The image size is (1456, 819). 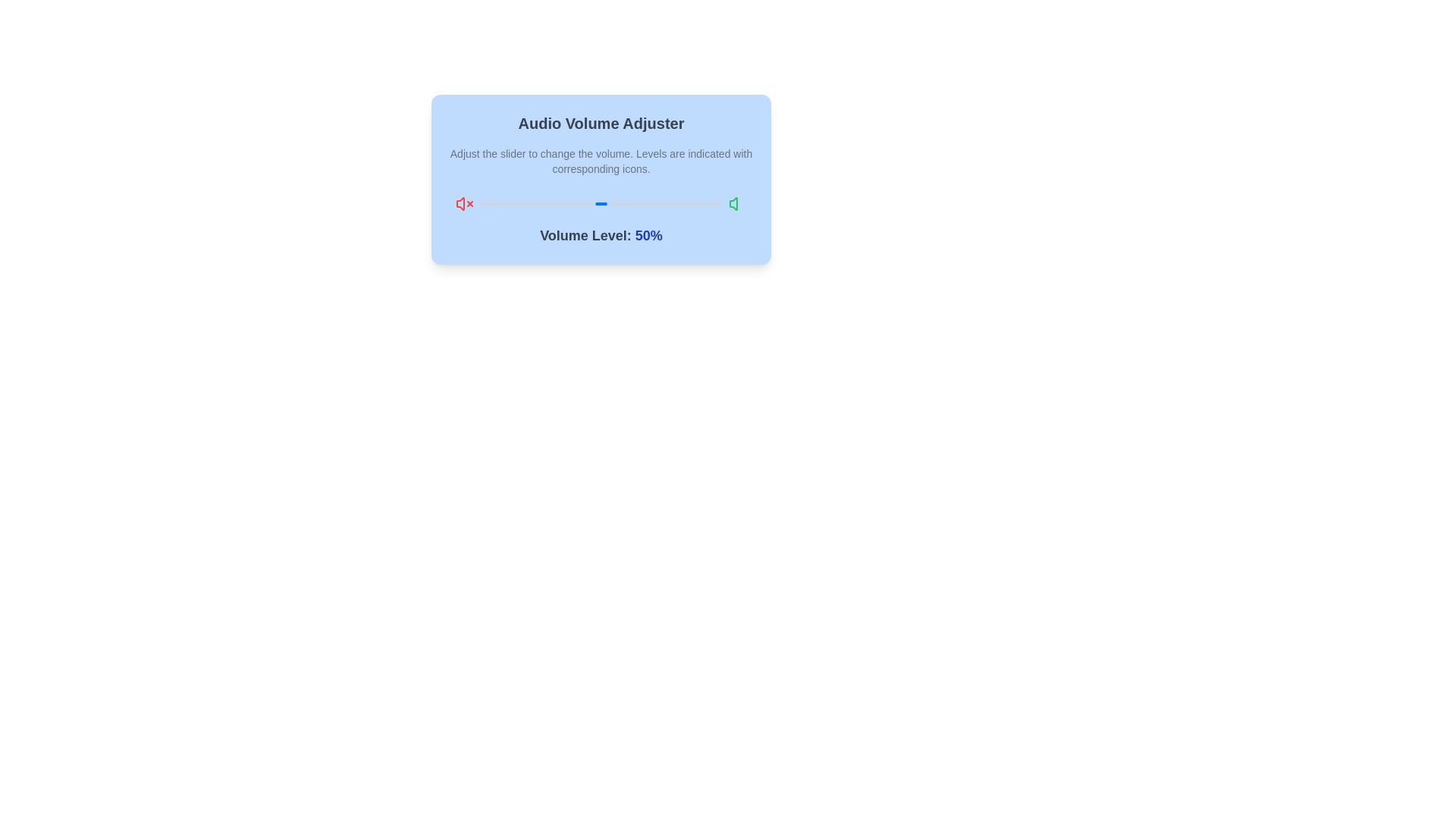 I want to click on the volume slider to set the volume to 83%, so click(x=680, y=203).